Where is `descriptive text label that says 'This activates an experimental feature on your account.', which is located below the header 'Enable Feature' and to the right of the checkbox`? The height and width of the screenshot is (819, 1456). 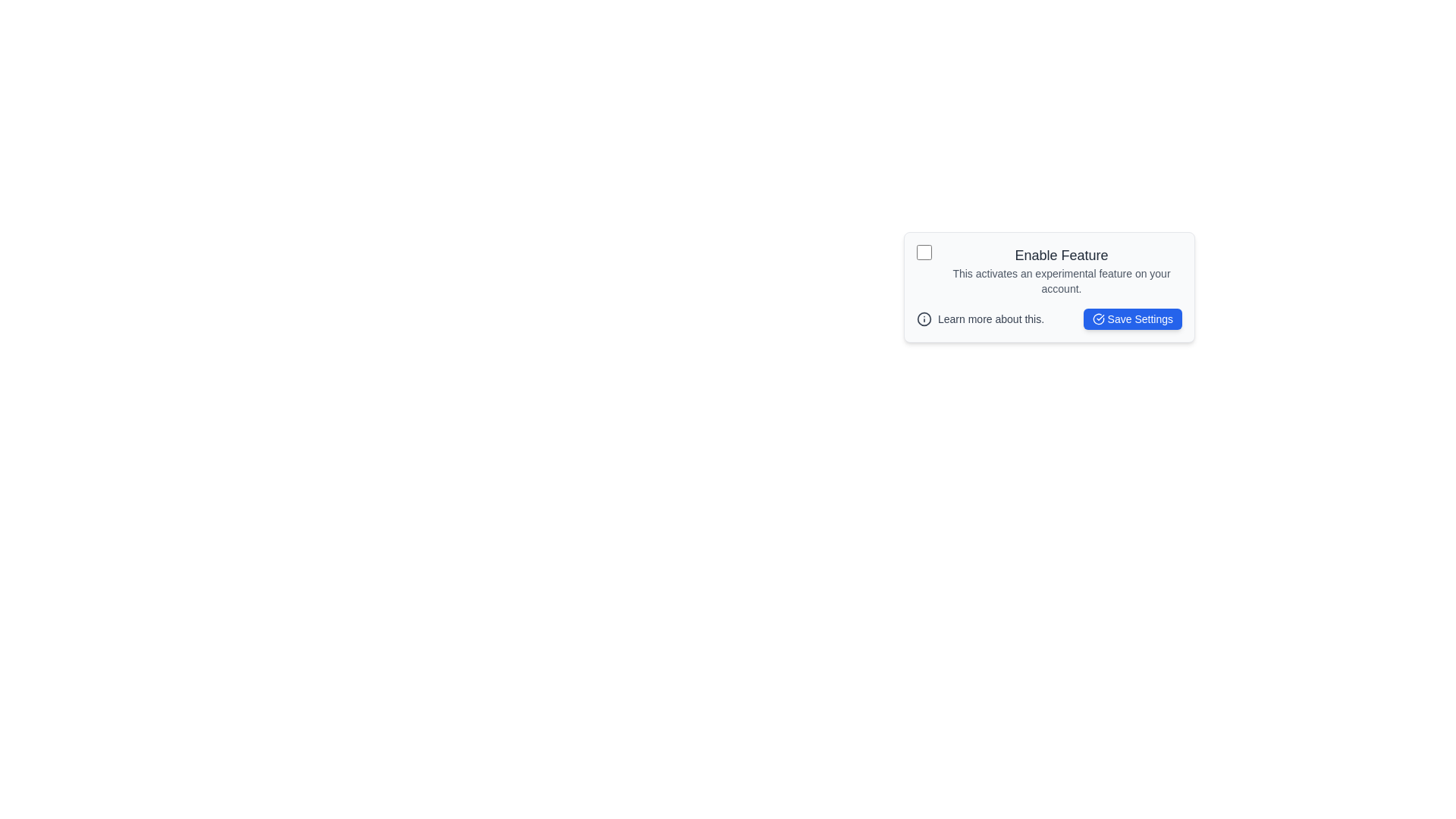 descriptive text label that says 'This activates an experimental feature on your account.', which is located below the header 'Enable Feature' and to the right of the checkbox is located at coordinates (1061, 281).